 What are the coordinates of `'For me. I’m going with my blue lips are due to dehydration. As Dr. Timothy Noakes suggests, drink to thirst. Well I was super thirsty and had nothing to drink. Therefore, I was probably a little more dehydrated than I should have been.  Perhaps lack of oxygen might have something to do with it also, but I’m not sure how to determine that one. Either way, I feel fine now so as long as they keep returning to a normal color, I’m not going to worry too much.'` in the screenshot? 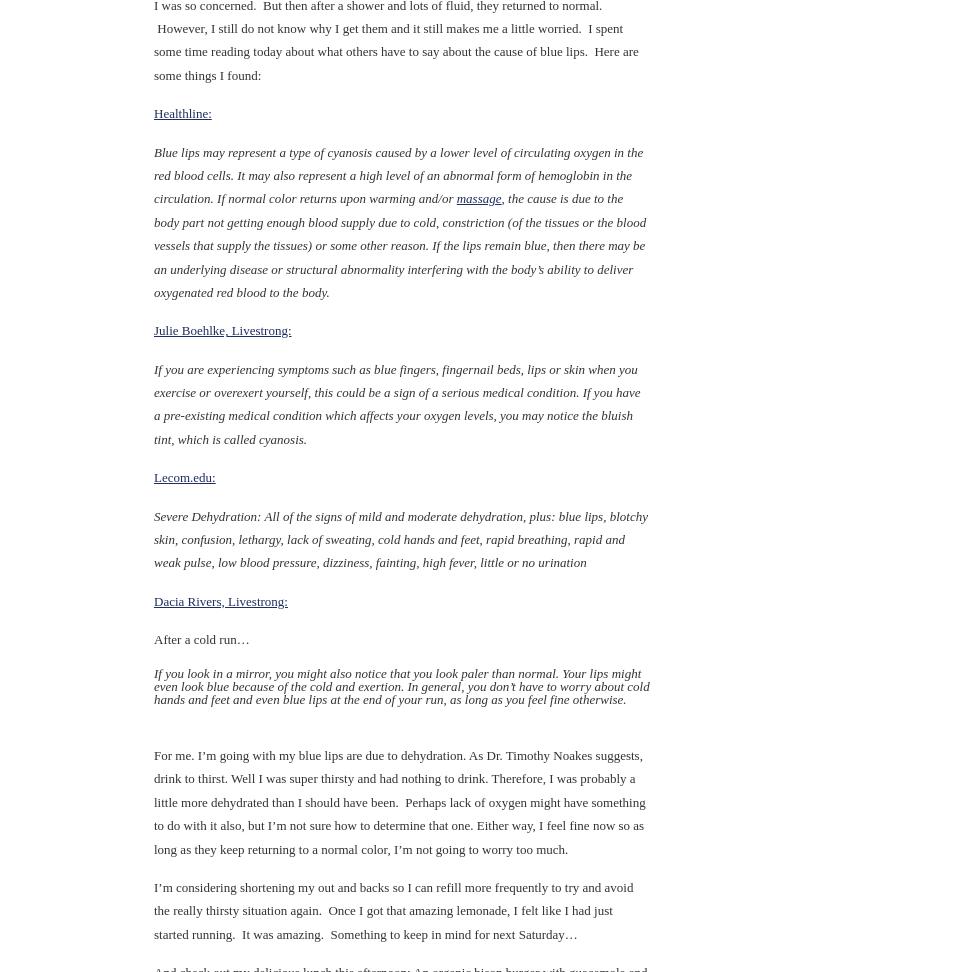 It's located at (398, 800).